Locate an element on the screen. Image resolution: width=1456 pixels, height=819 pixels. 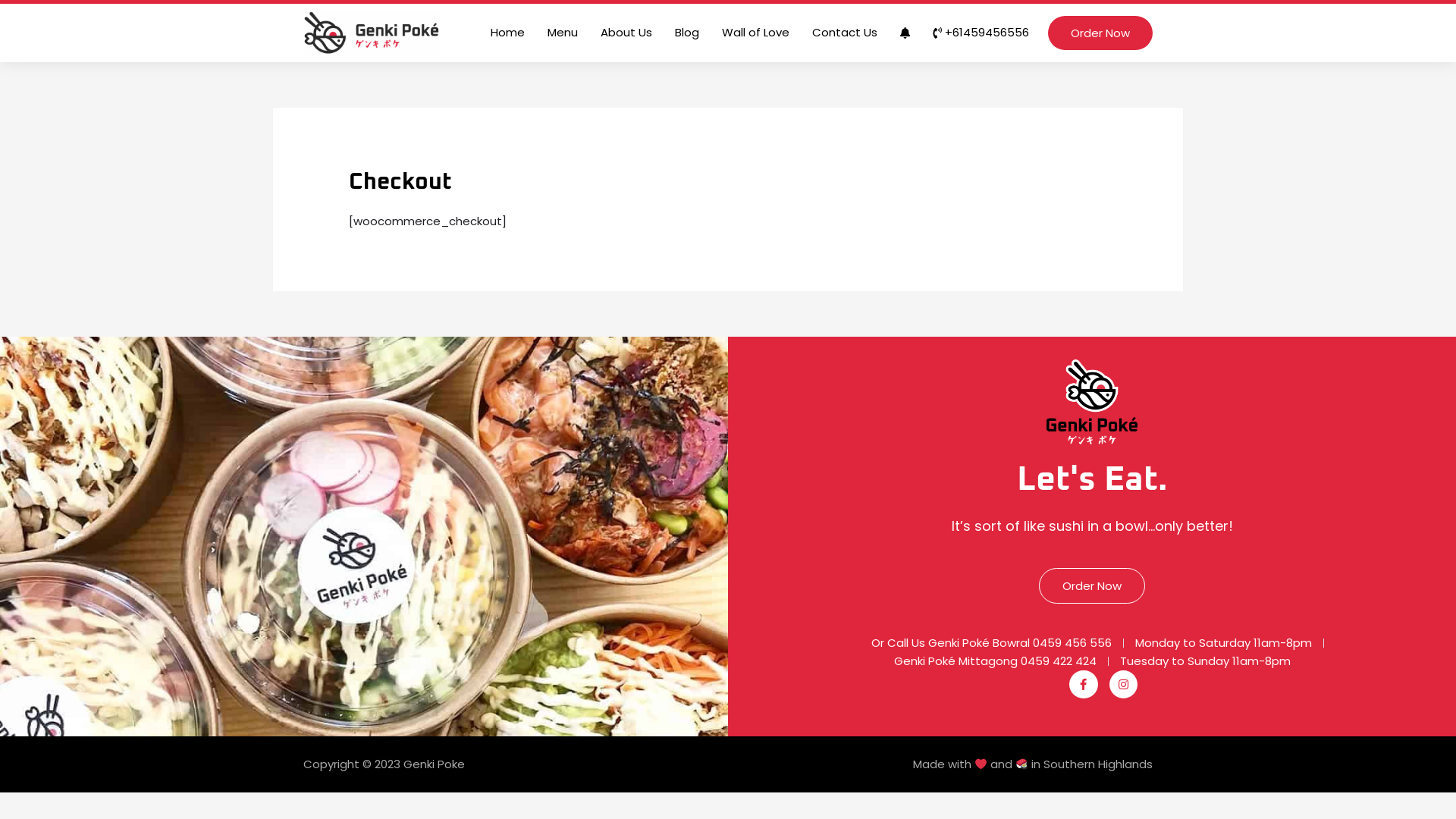
'Blog' is located at coordinates (686, 32).